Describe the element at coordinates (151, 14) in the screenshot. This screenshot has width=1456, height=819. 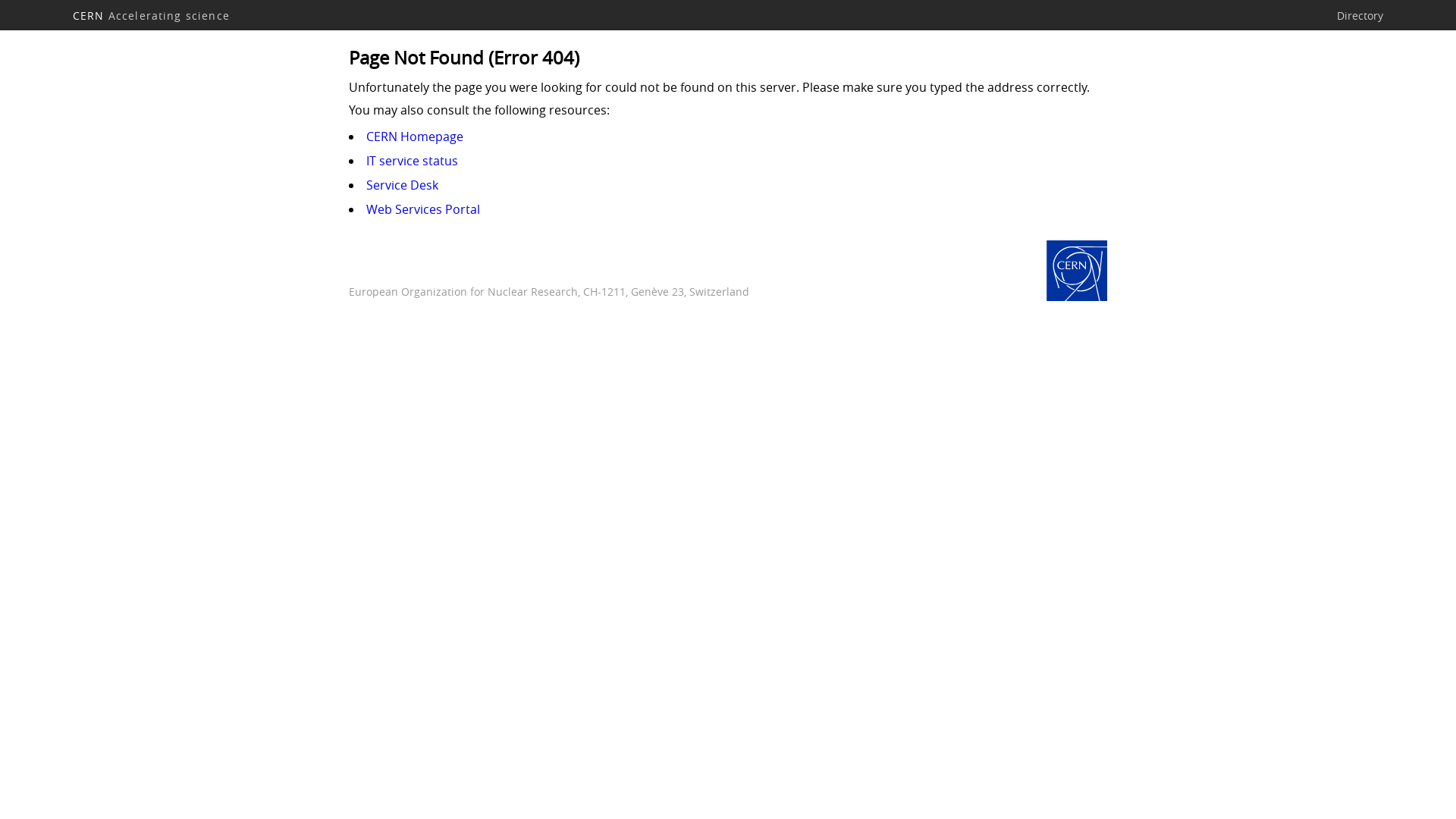
I see `'CERN Accelerating science'` at that location.